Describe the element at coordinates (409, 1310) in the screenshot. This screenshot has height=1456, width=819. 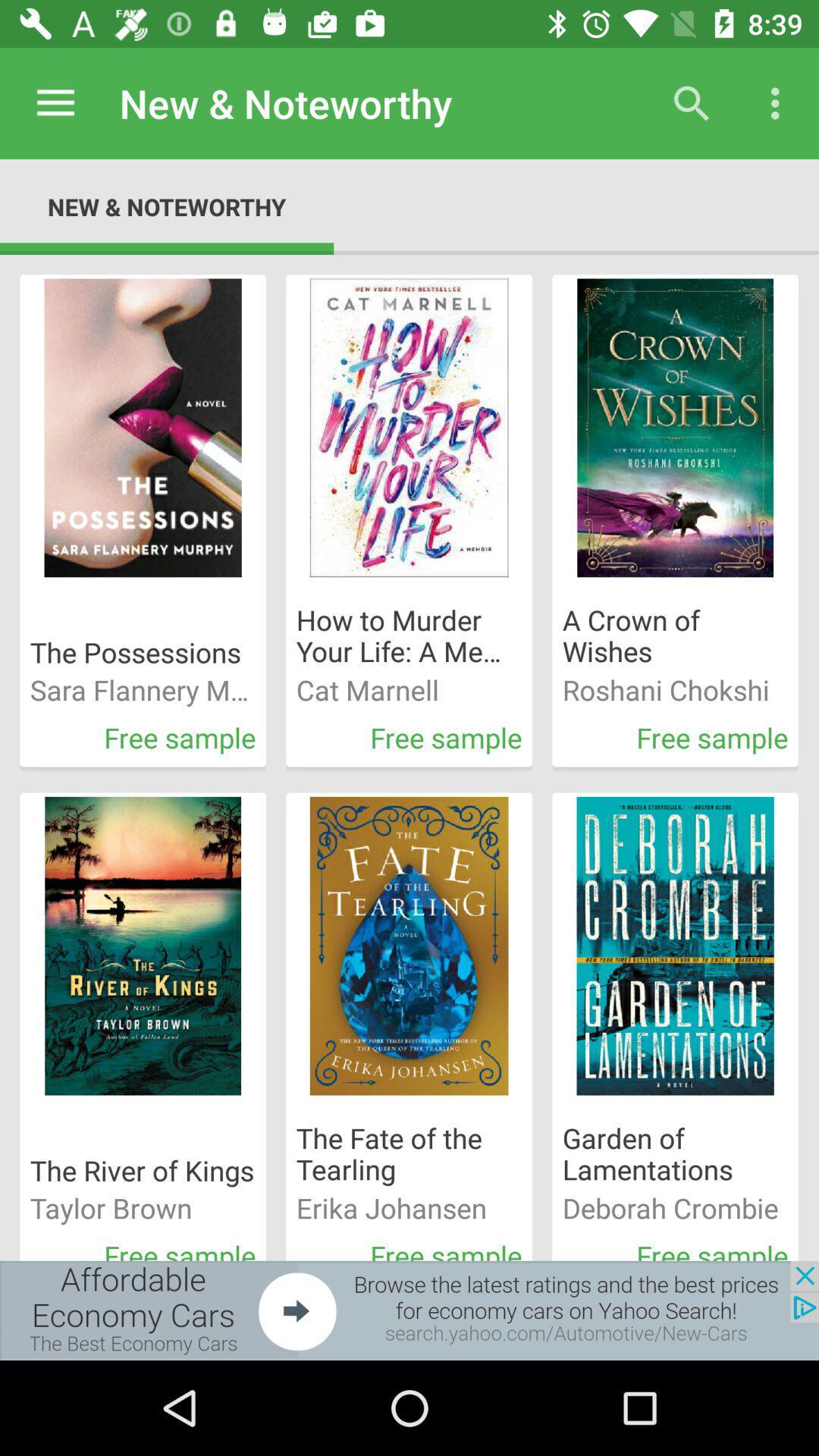
I see `advertisements website` at that location.